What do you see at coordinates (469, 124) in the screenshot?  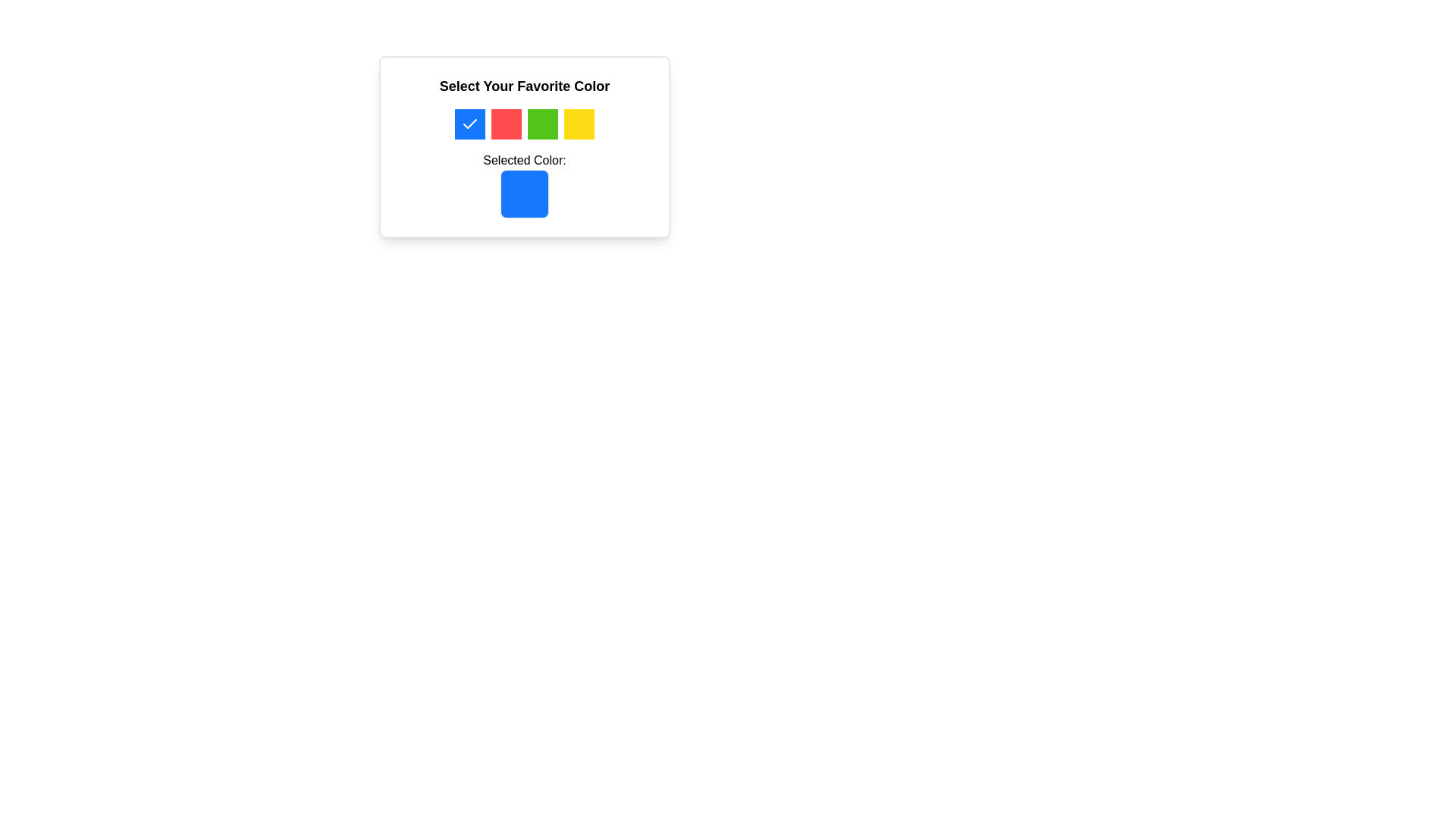 I see `the white checkmark symbol within the blue square tile located in the first position of the color selection area at the top of the card` at bounding box center [469, 124].